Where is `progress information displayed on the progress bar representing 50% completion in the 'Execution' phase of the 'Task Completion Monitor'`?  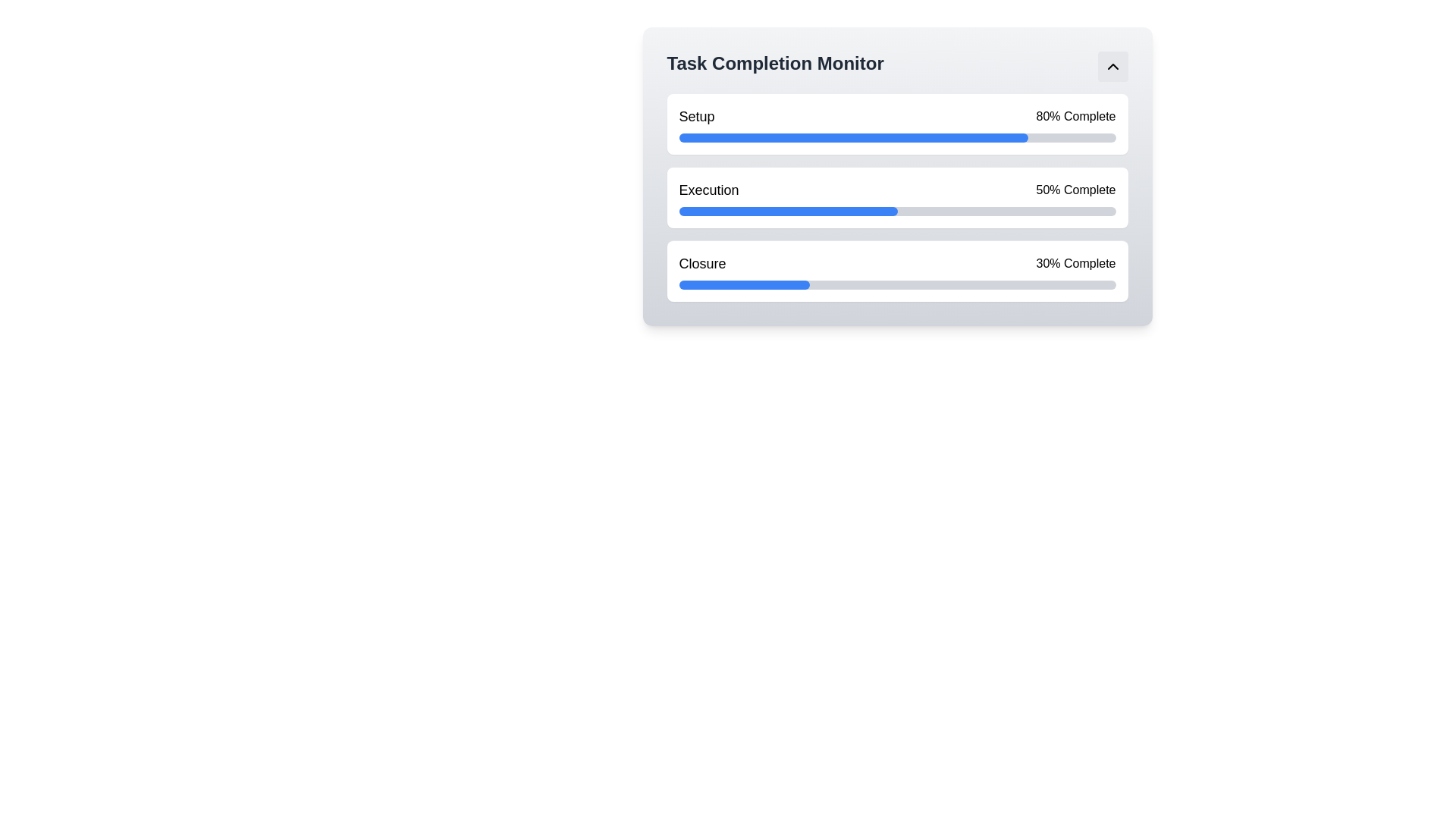
progress information displayed on the progress bar representing 50% completion in the 'Execution' phase of the 'Task Completion Monitor' is located at coordinates (897, 197).